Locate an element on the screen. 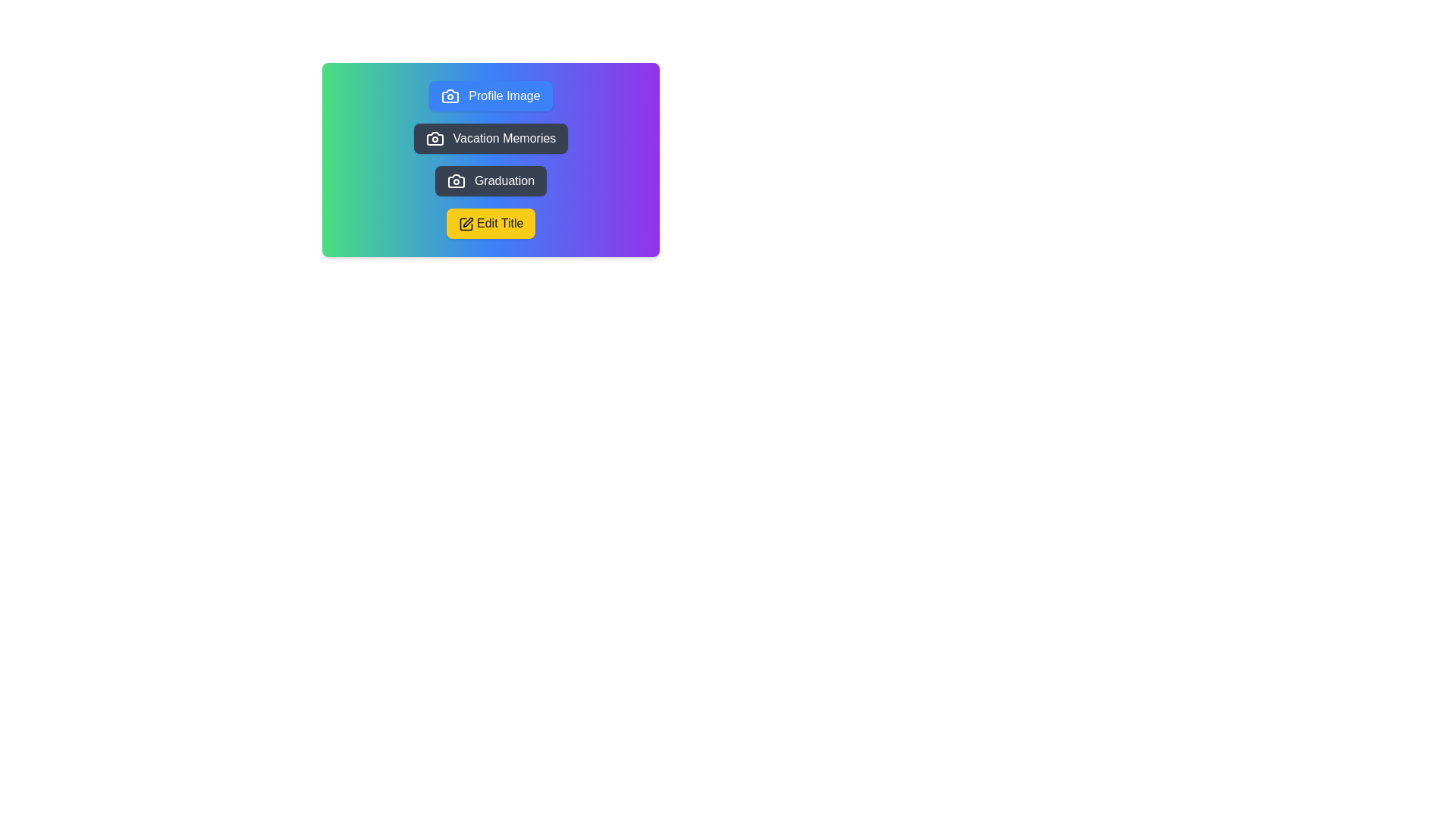 This screenshot has height=819, width=1456. the profile image upload icon located on the left side of the 'Profile Image' button is located at coordinates (450, 96).